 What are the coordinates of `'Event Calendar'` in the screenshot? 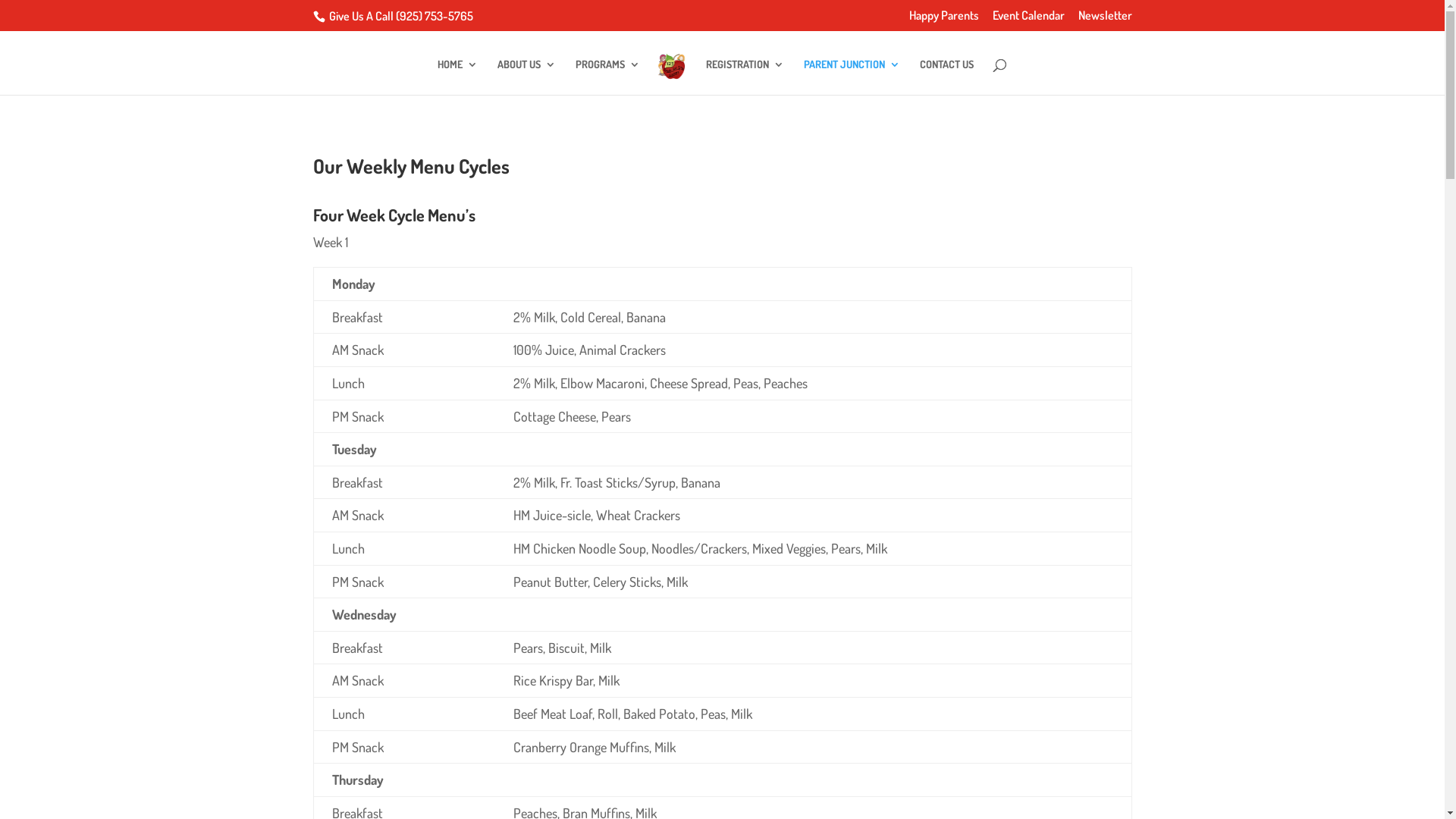 It's located at (1028, 20).